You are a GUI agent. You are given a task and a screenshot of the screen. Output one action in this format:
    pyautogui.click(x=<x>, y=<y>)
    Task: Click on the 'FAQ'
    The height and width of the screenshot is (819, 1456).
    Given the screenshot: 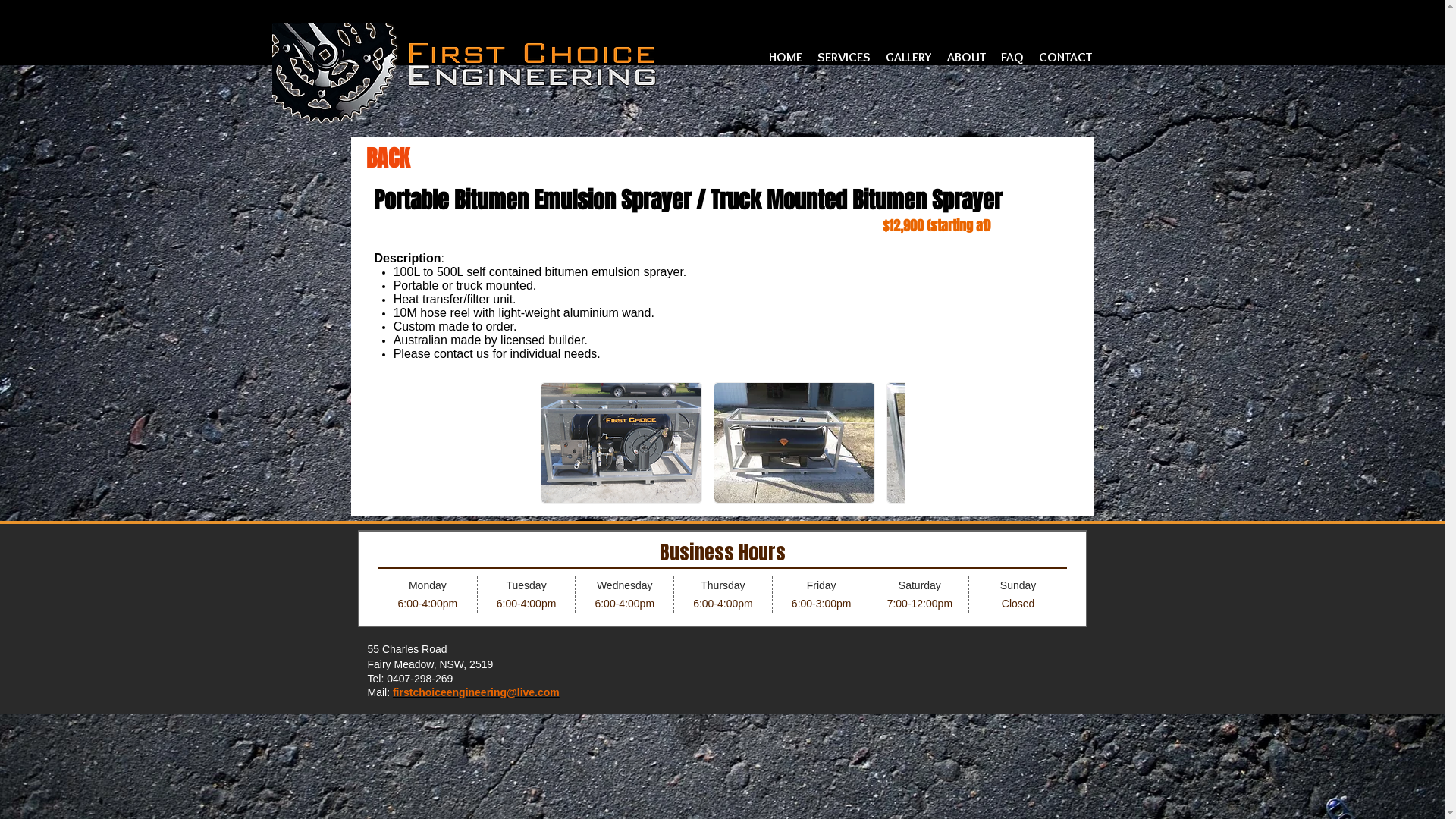 What is the action you would take?
    pyautogui.click(x=1012, y=55)
    